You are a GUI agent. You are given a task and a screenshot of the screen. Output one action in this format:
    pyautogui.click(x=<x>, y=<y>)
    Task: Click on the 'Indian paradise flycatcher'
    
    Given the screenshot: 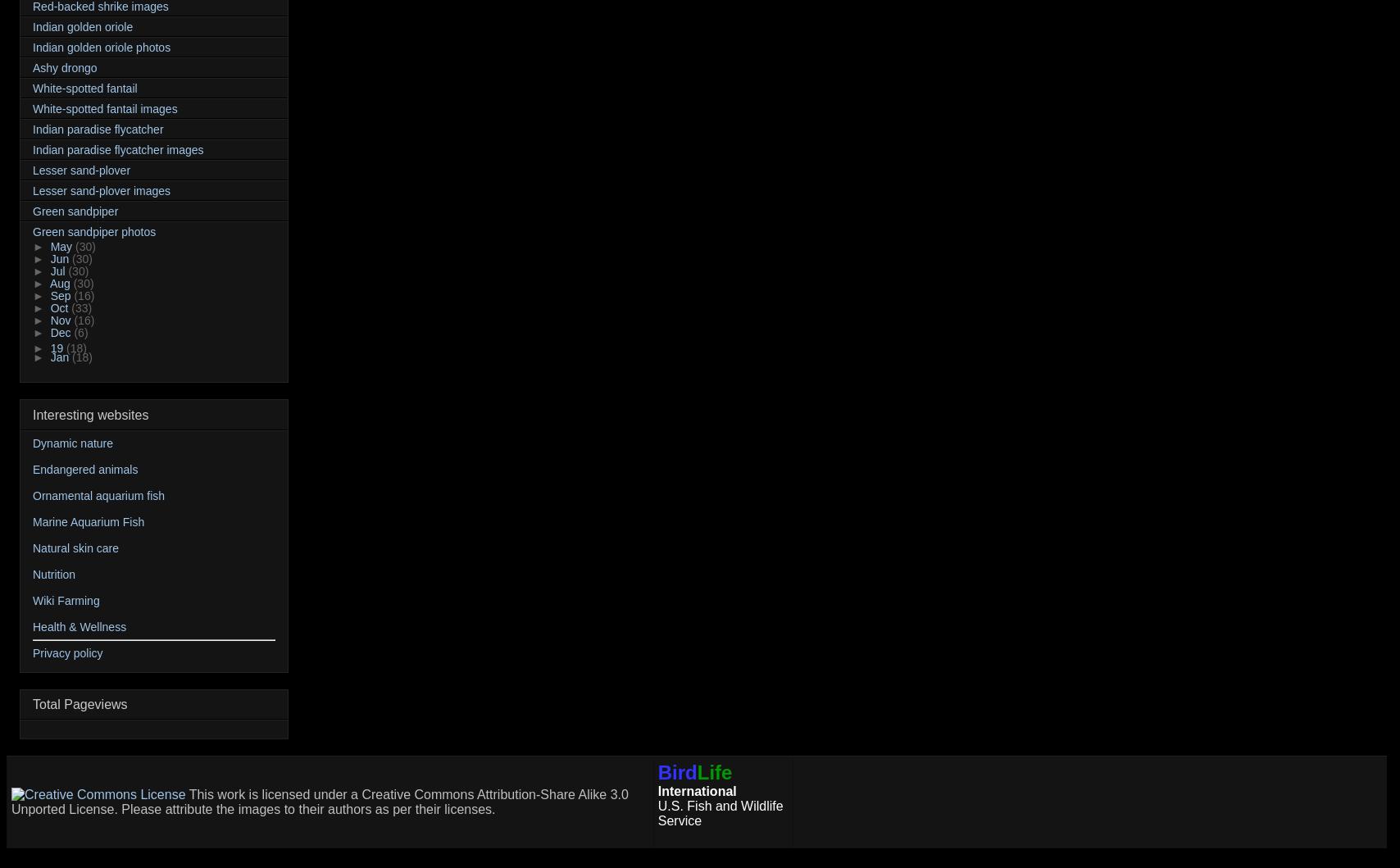 What is the action you would take?
    pyautogui.click(x=32, y=128)
    